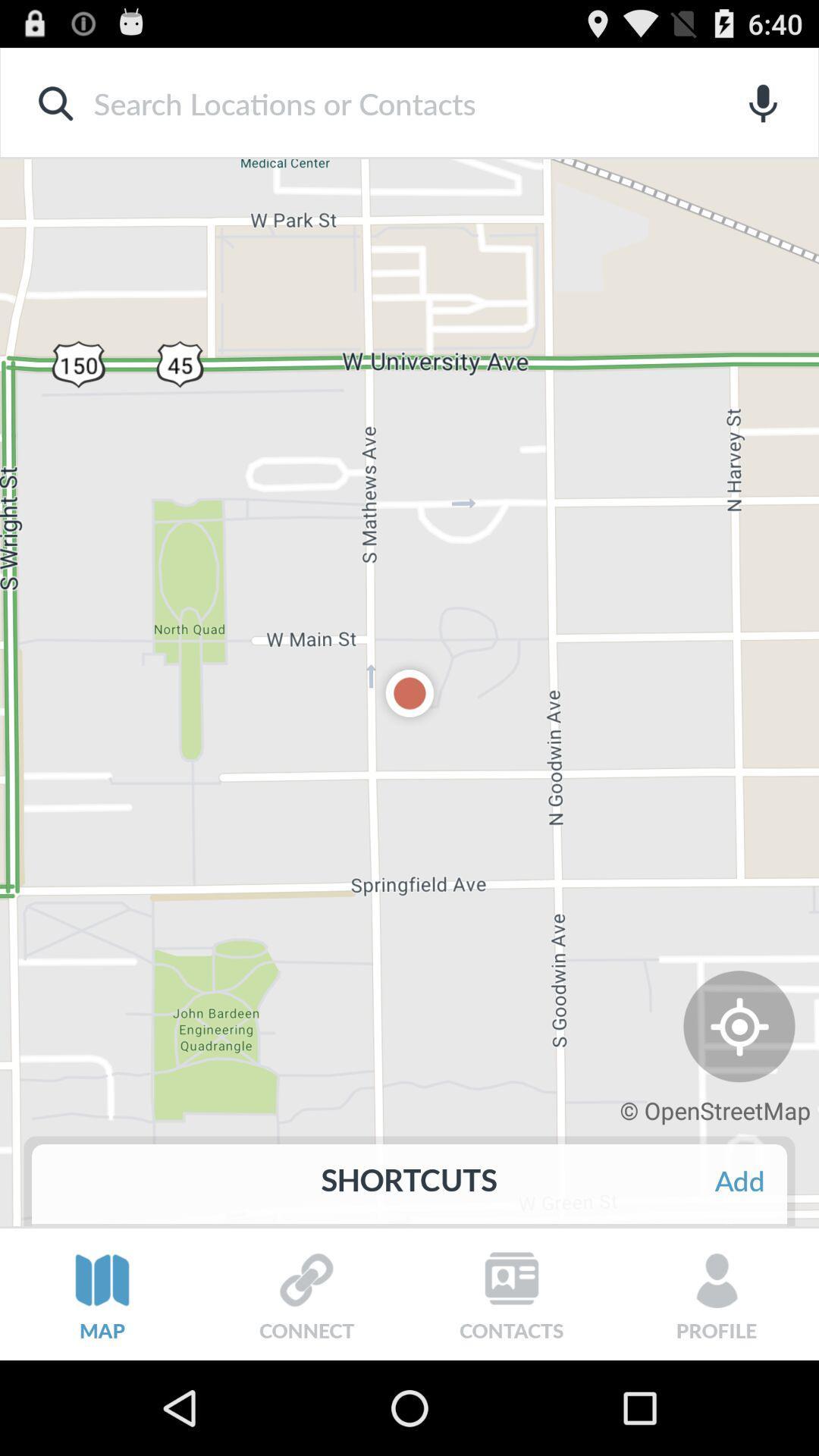 Image resolution: width=819 pixels, height=1456 pixels. I want to click on the microphone icon, so click(763, 110).